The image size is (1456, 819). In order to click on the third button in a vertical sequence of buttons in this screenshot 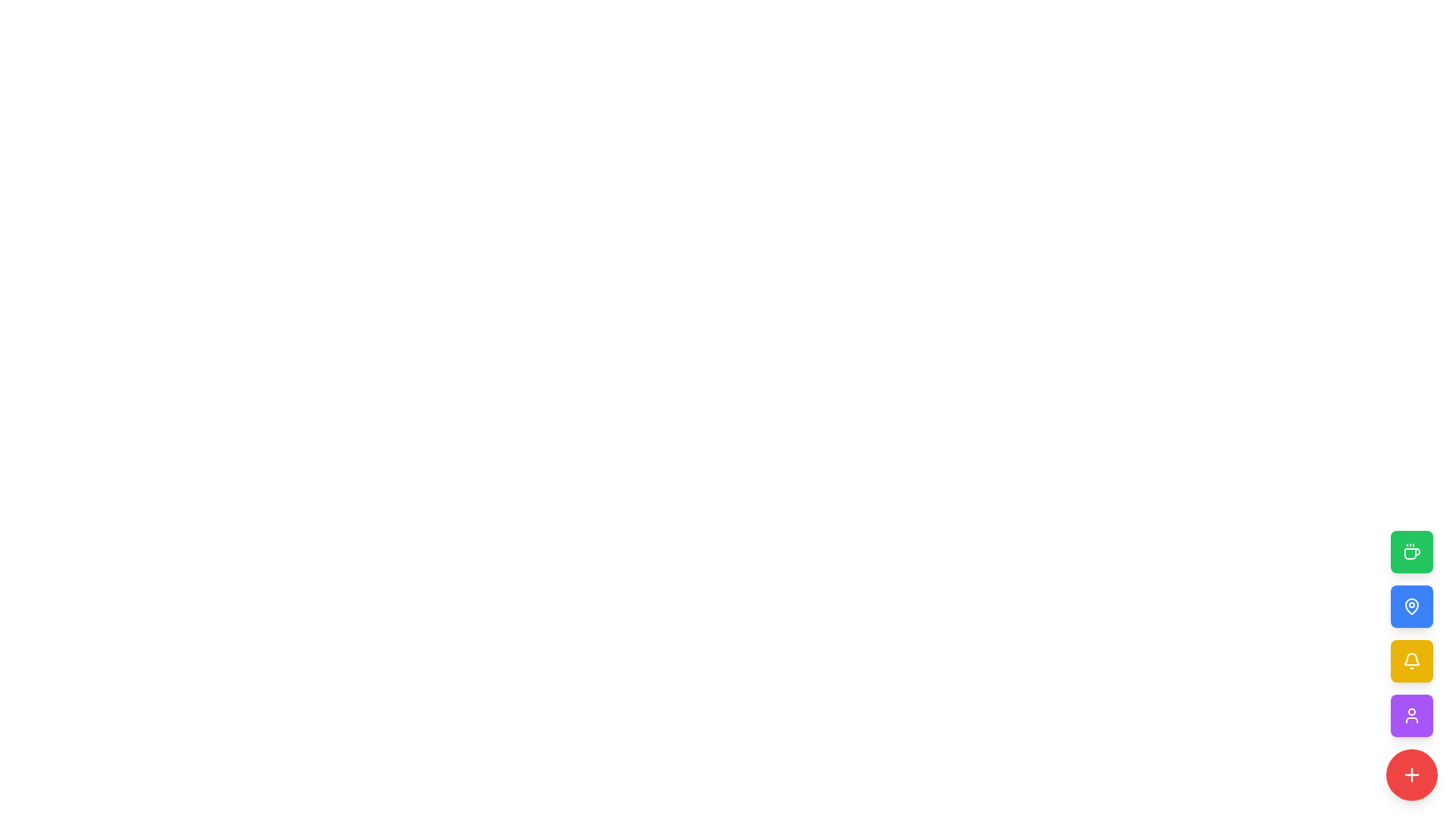, I will do `click(1411, 660)`.